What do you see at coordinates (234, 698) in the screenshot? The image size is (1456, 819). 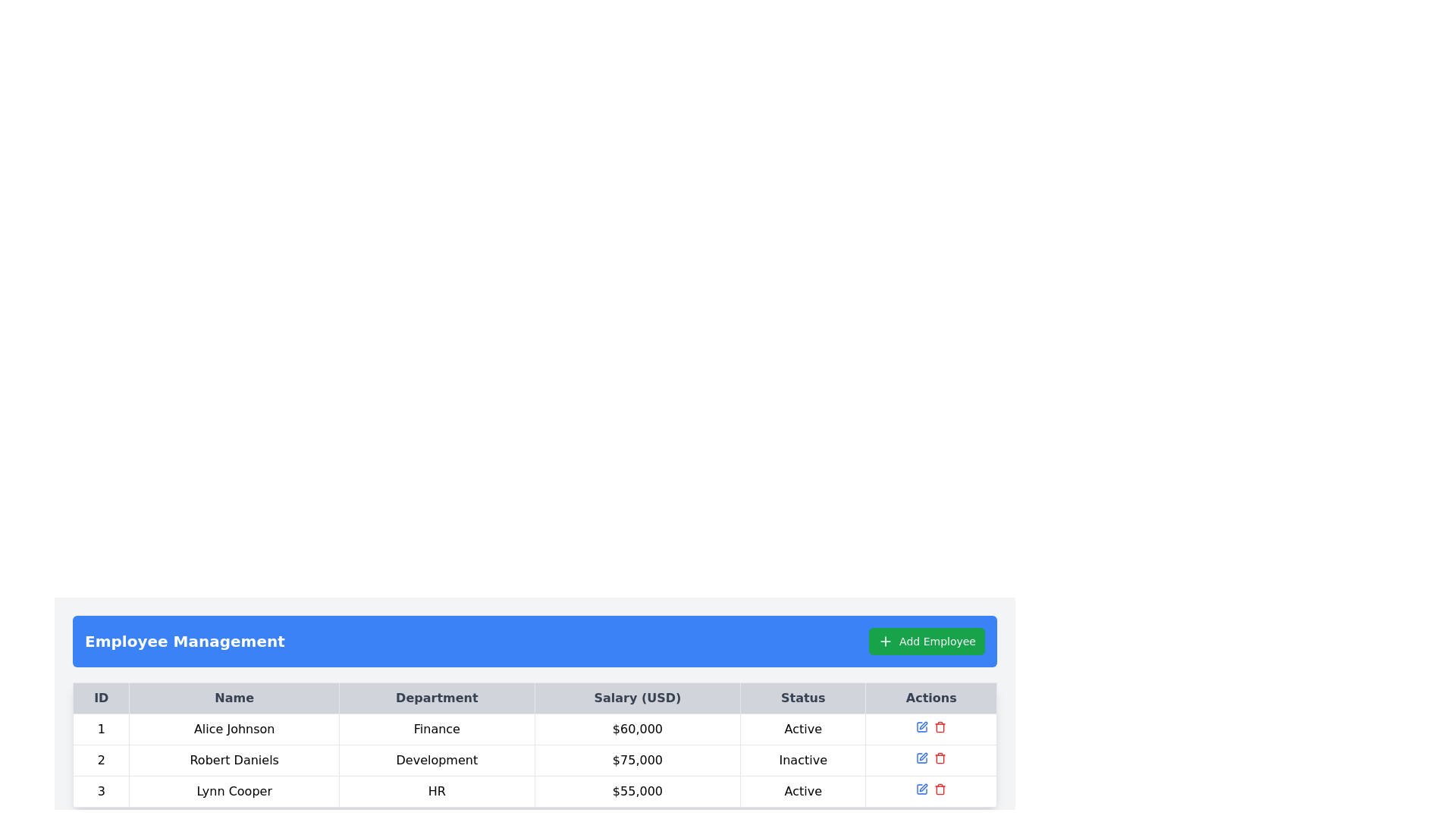 I see `the table header cell labeled 'Name', which is the second column header in the 'Employee Management' section, styled with a light gray background and bold dark text` at bounding box center [234, 698].